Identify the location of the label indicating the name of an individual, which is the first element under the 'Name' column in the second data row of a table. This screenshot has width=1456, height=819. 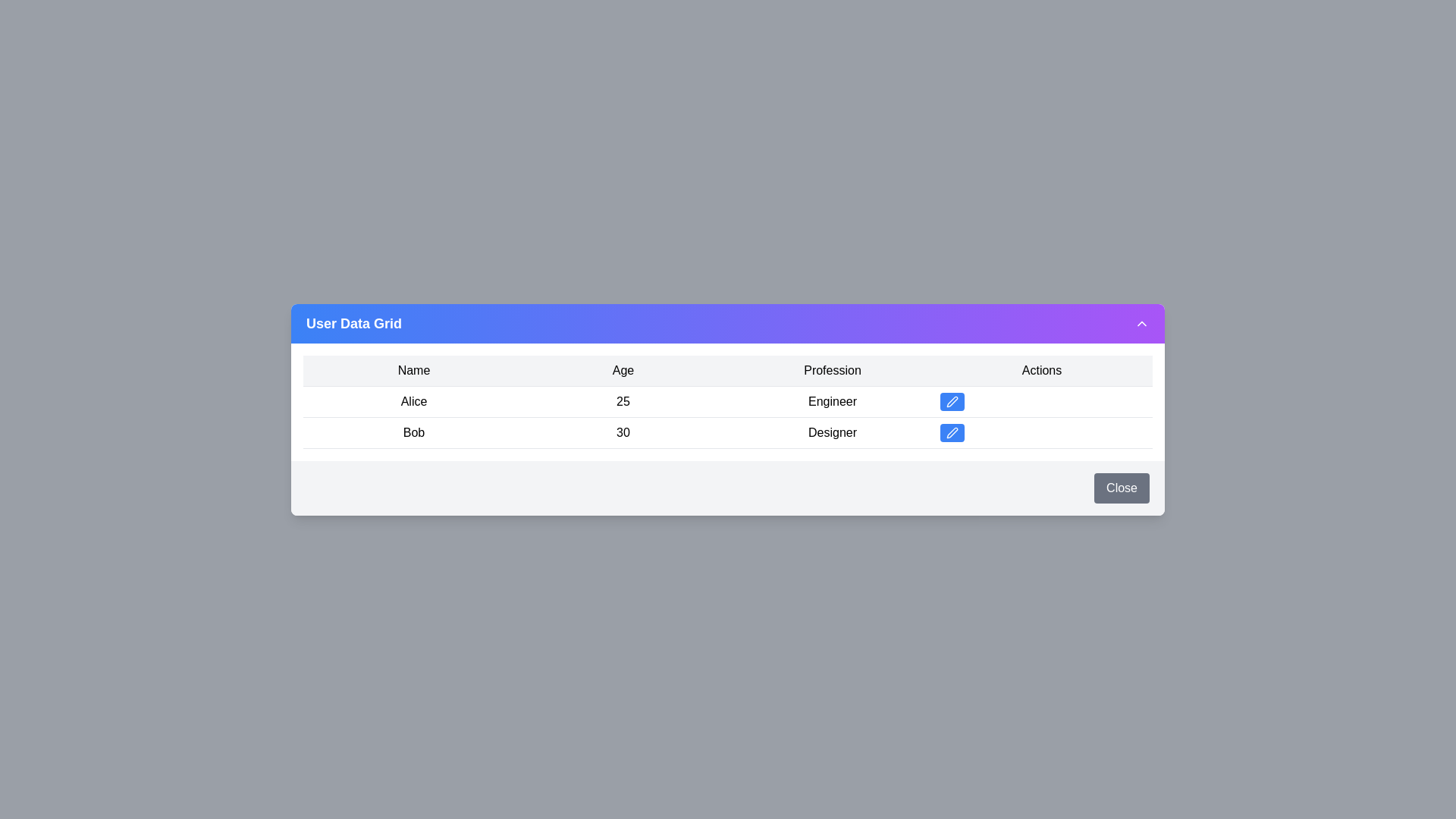
(414, 432).